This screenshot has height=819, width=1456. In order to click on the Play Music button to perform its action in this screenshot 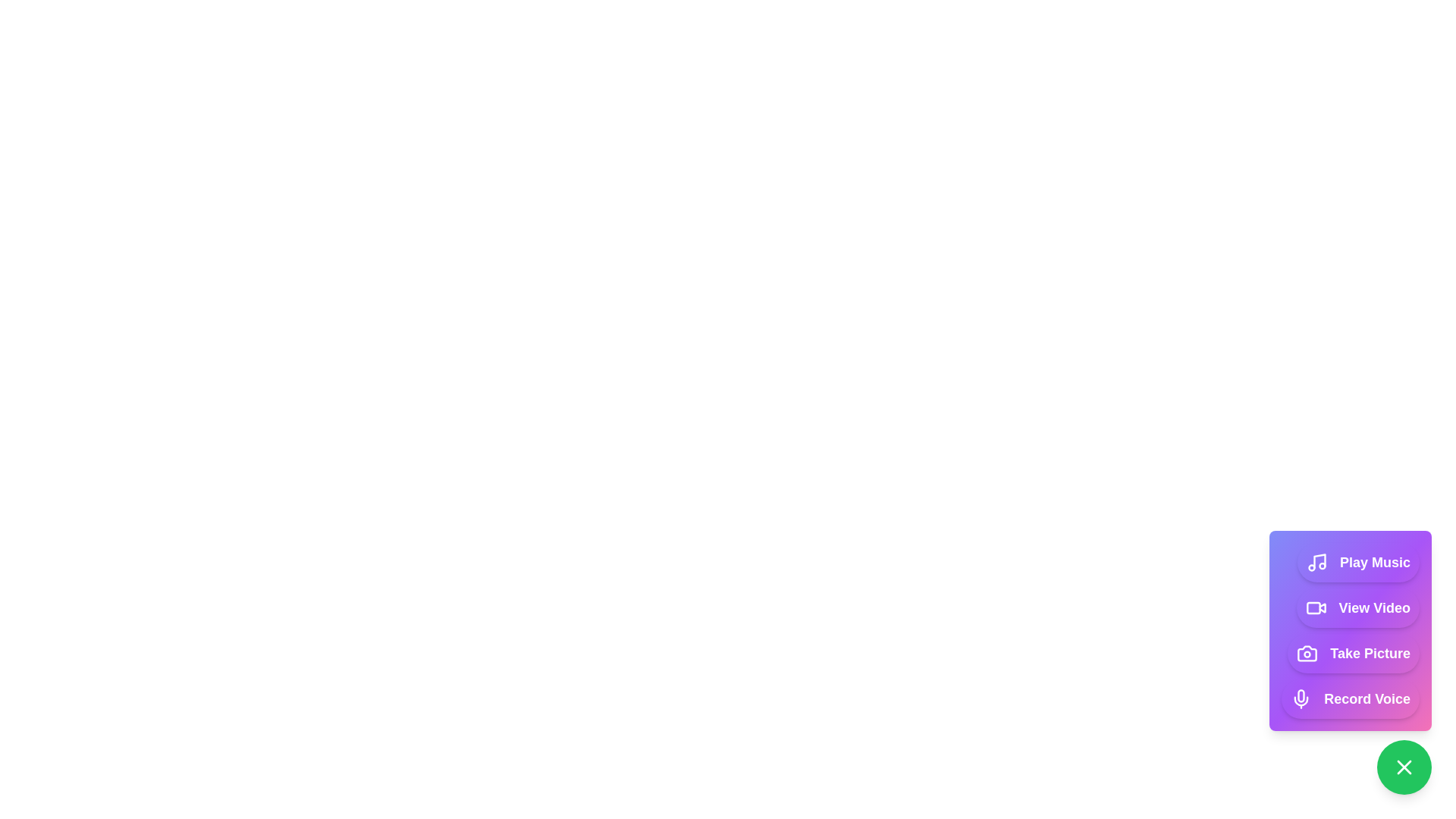, I will do `click(1358, 562)`.